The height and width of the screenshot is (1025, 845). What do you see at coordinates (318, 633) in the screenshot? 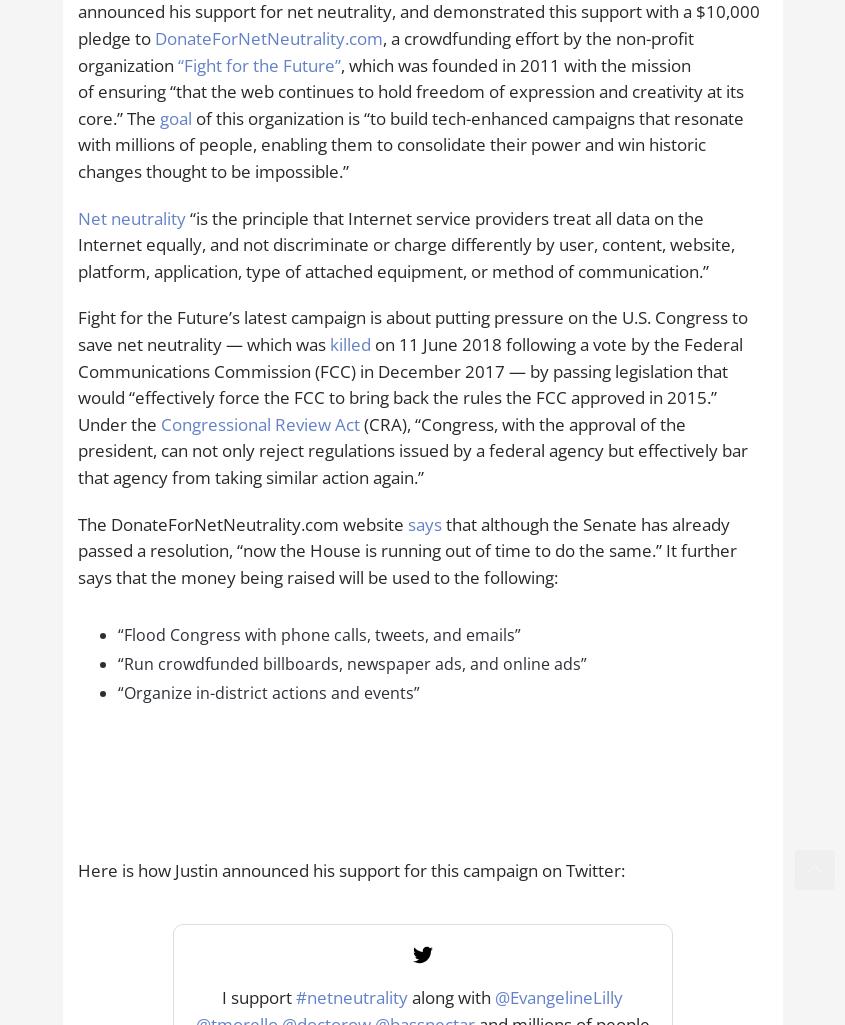
I see `'“Flood Congress with phone calls, tweets, and emails”'` at bounding box center [318, 633].